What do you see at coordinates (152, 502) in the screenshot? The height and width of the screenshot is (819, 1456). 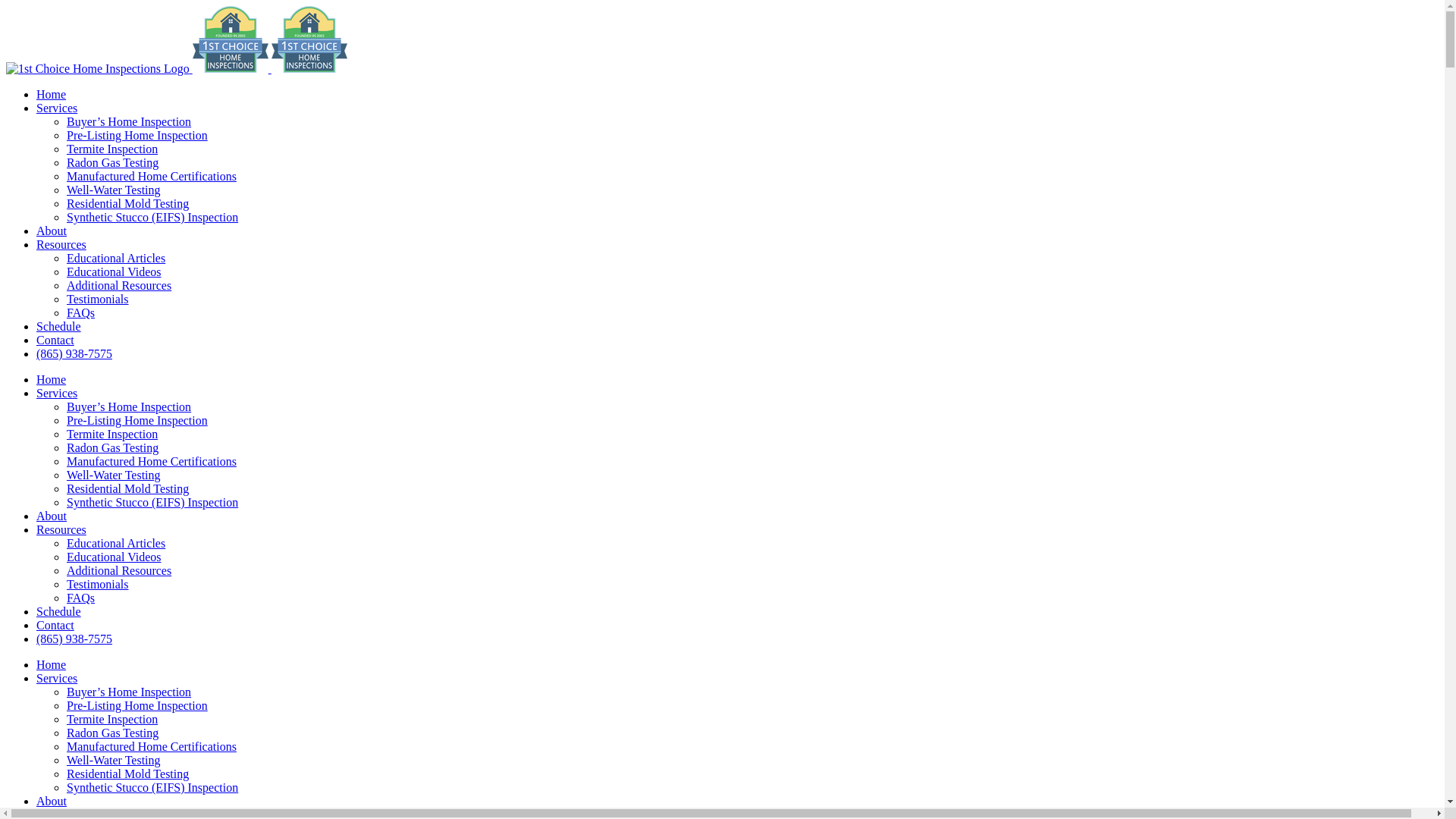 I see `'Synthetic Stucco (EIFS) Inspection'` at bounding box center [152, 502].